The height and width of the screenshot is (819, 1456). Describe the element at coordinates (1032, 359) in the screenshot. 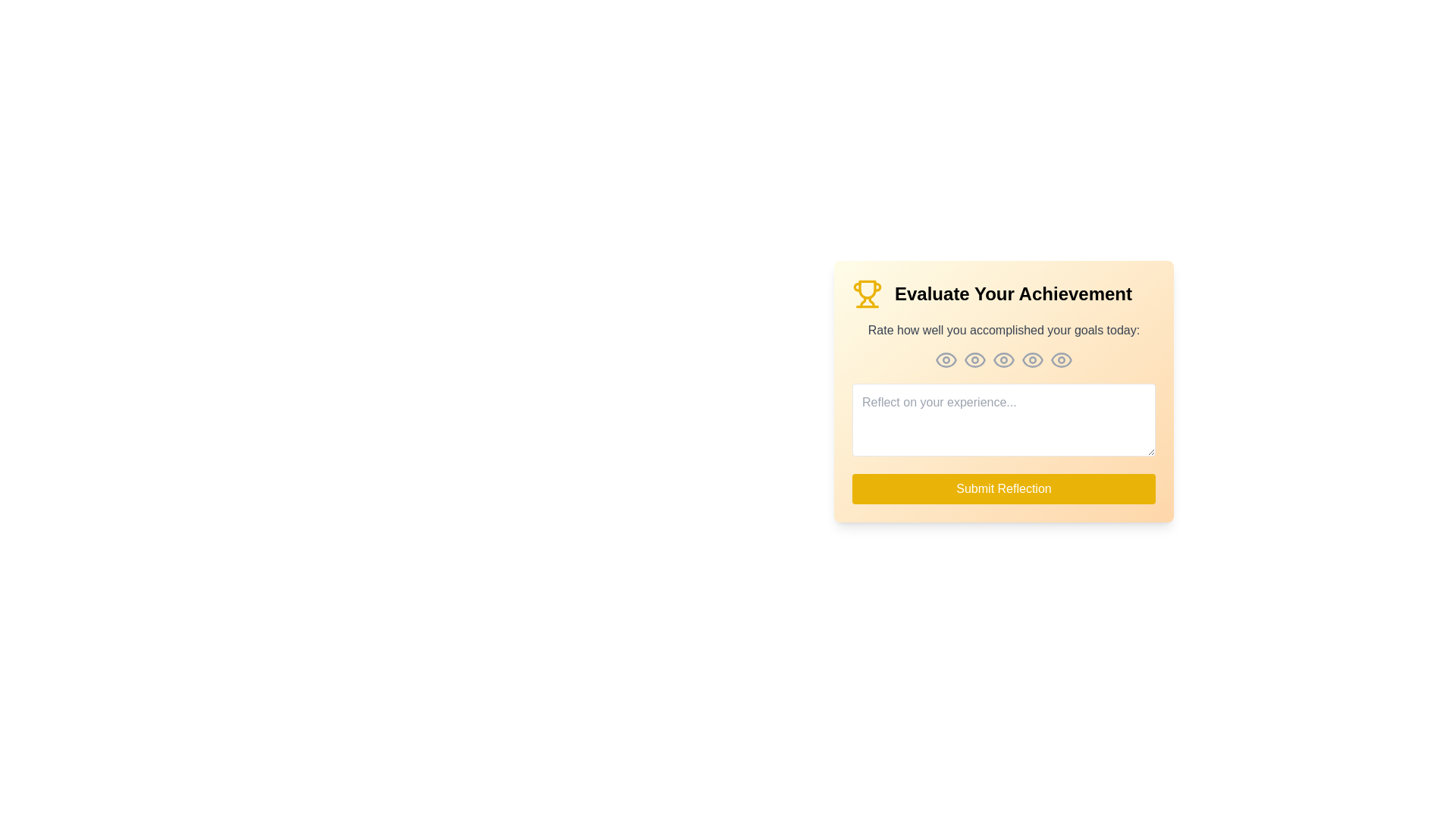

I see `the eye icon corresponding to the rating level 4 to set the rating` at that location.